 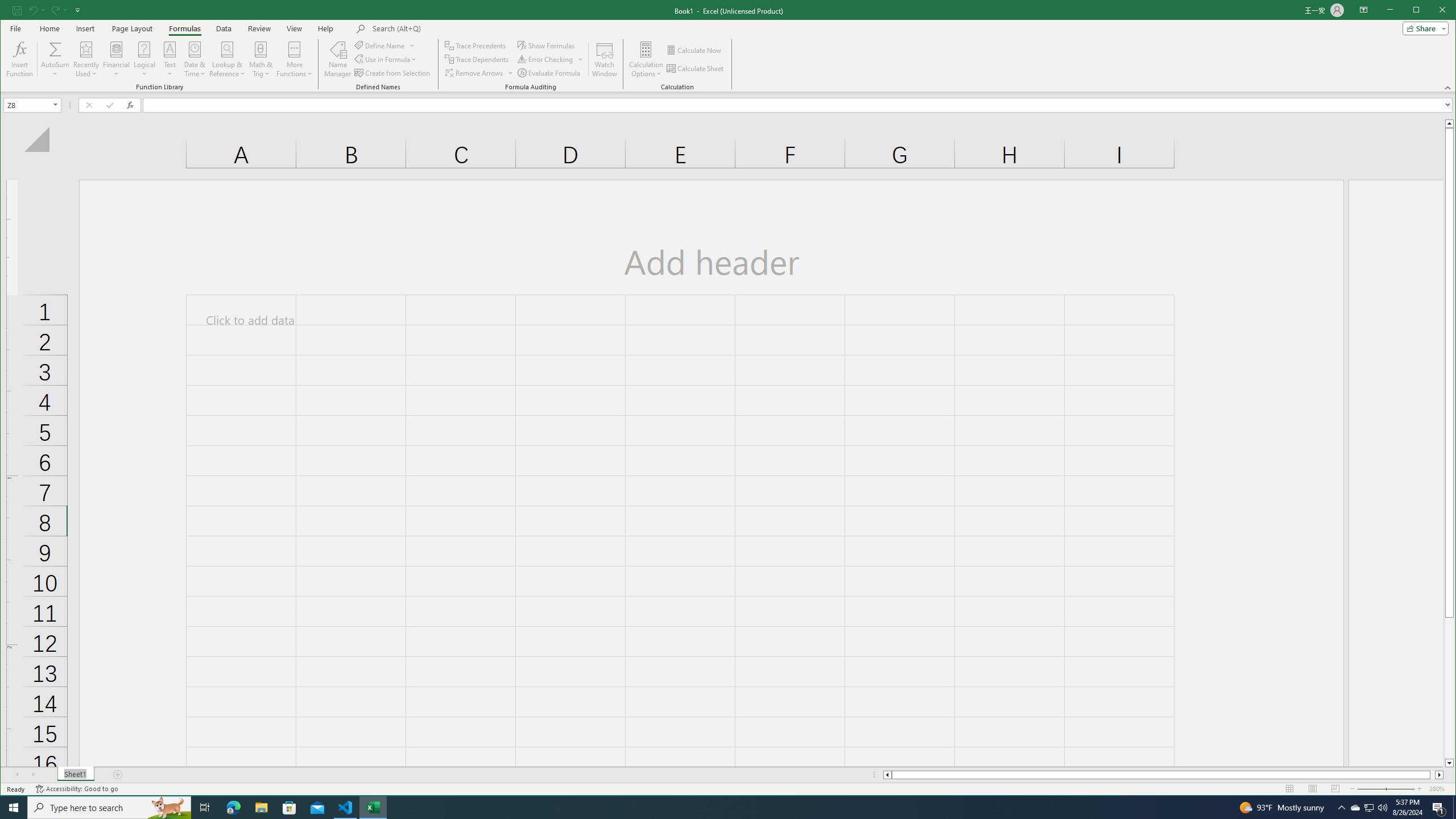 I want to click on 'User Promoted Notification Area', so click(x=1368, y=806).